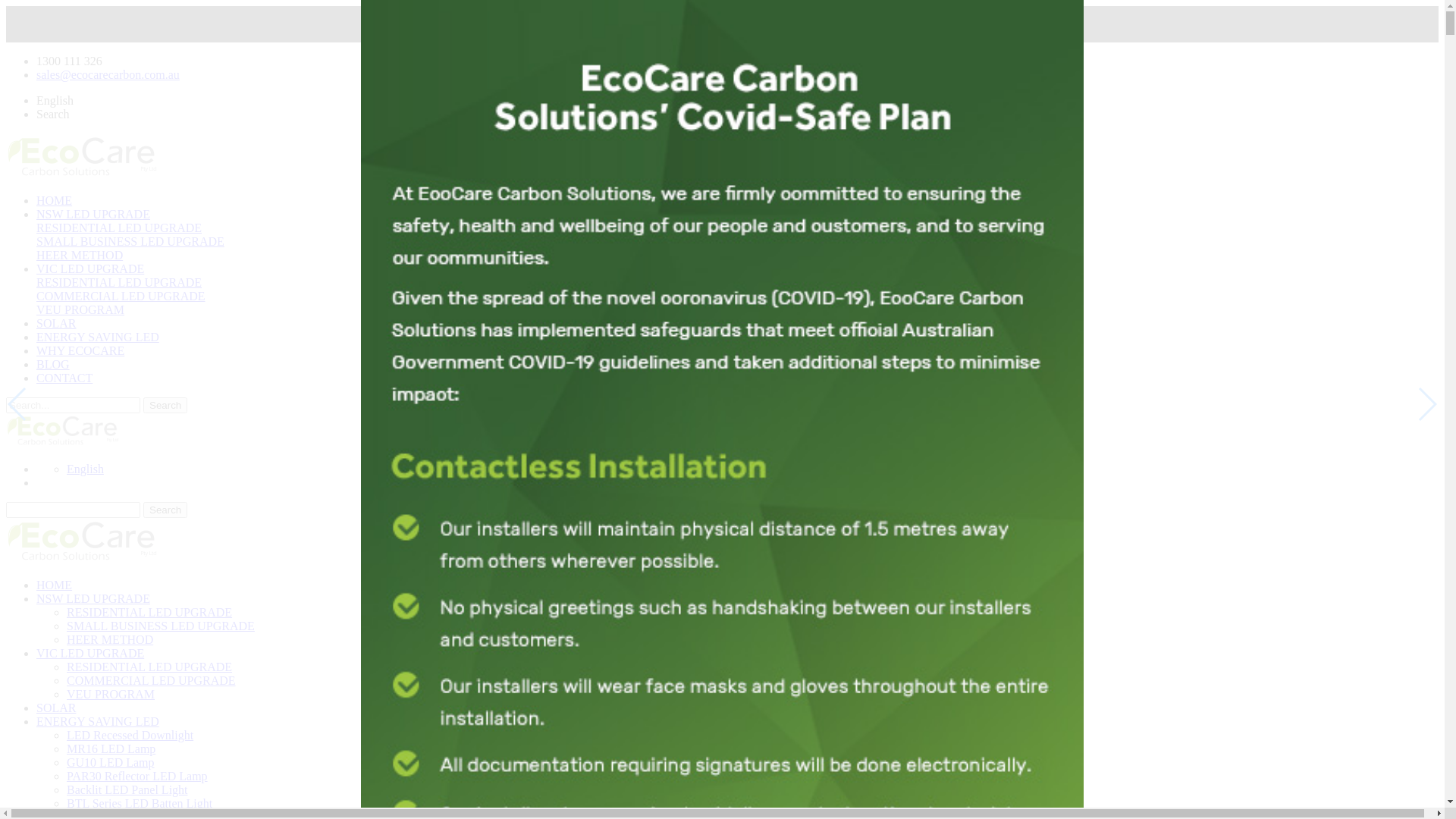 This screenshot has width=1456, height=819. I want to click on 'CONTACT', so click(64, 377).